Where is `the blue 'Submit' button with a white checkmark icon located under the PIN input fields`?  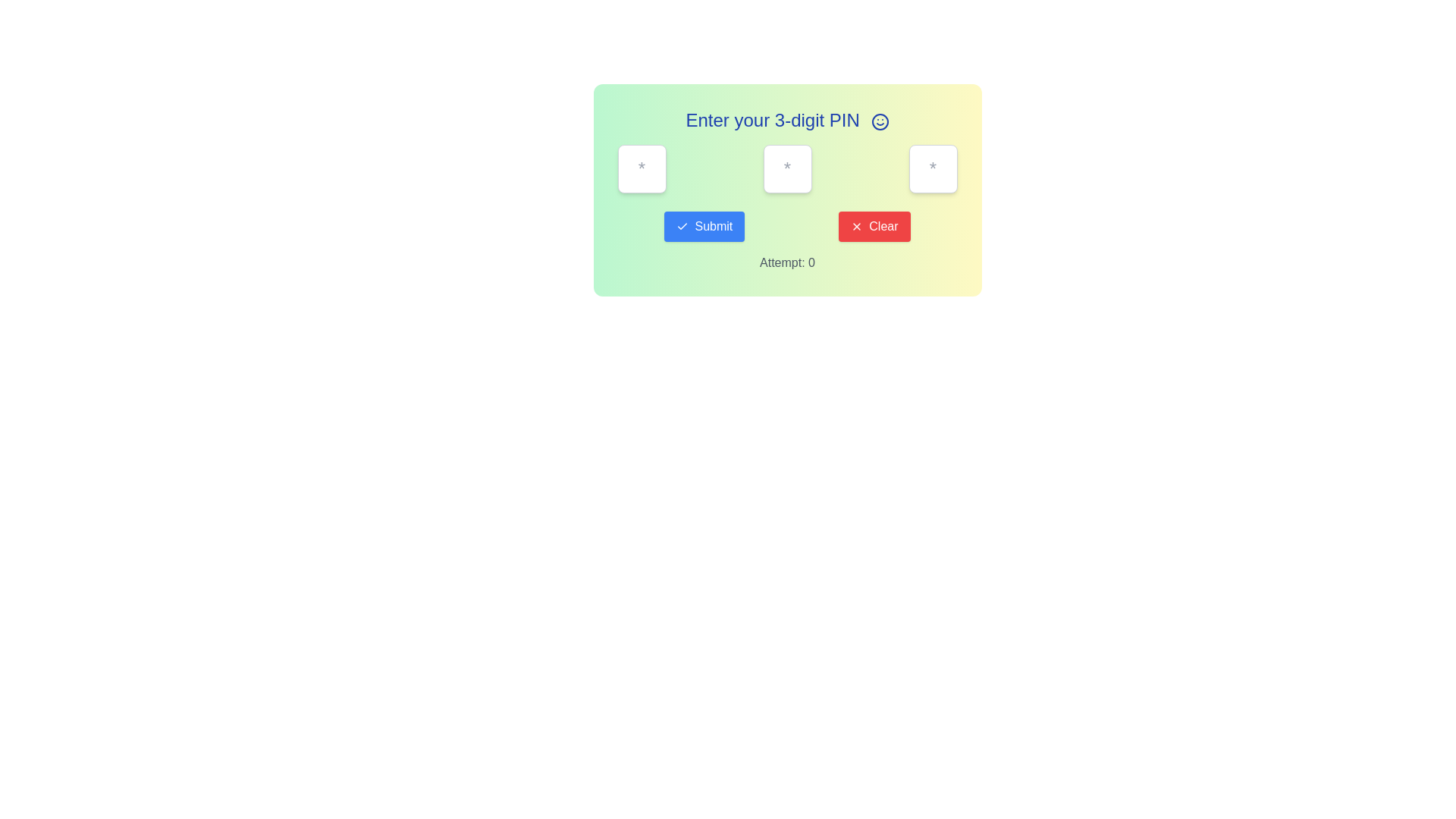 the blue 'Submit' button with a white checkmark icon located under the PIN input fields is located at coordinates (704, 227).